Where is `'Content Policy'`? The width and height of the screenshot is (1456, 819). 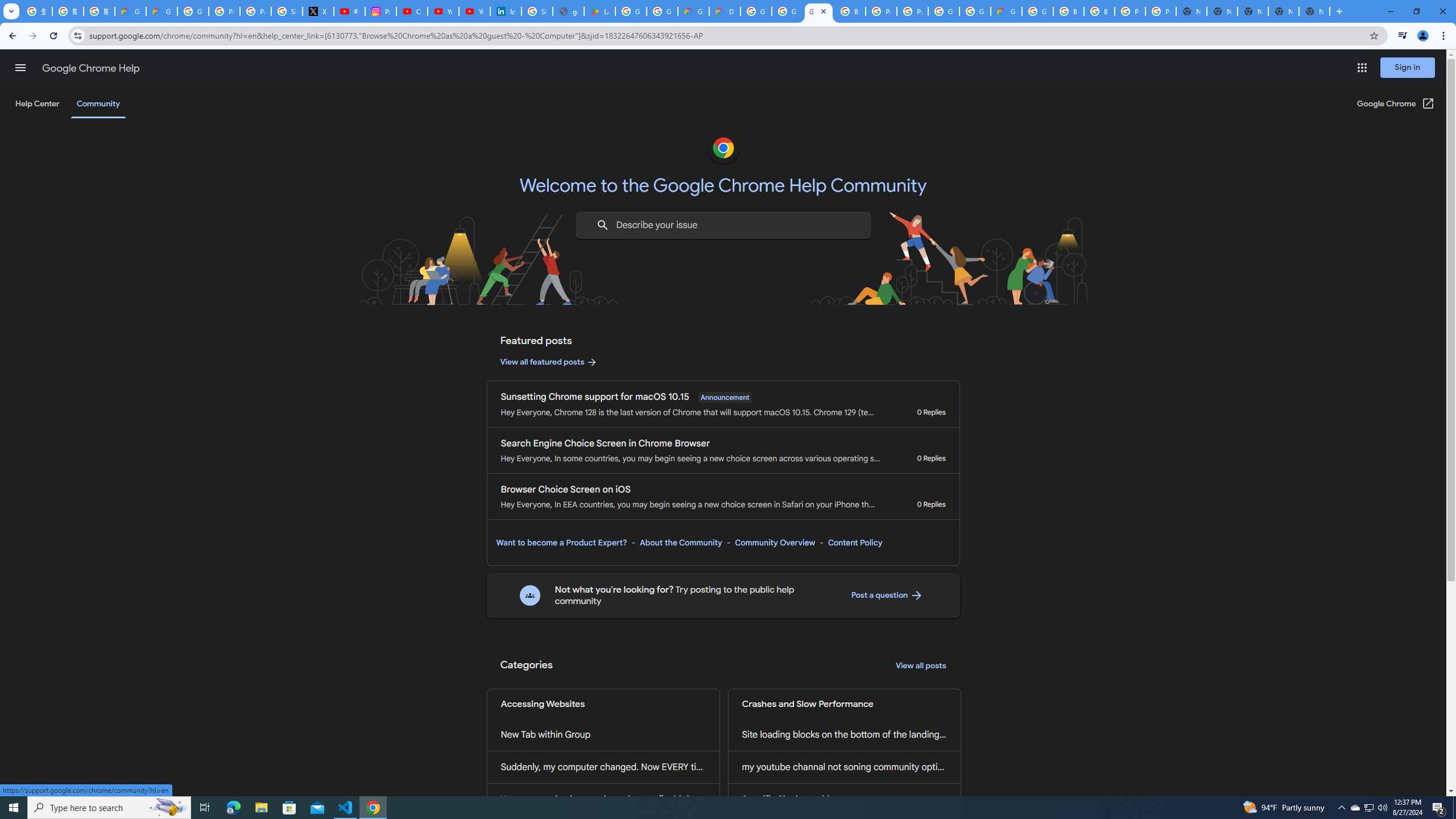
'Content Policy' is located at coordinates (854, 542).